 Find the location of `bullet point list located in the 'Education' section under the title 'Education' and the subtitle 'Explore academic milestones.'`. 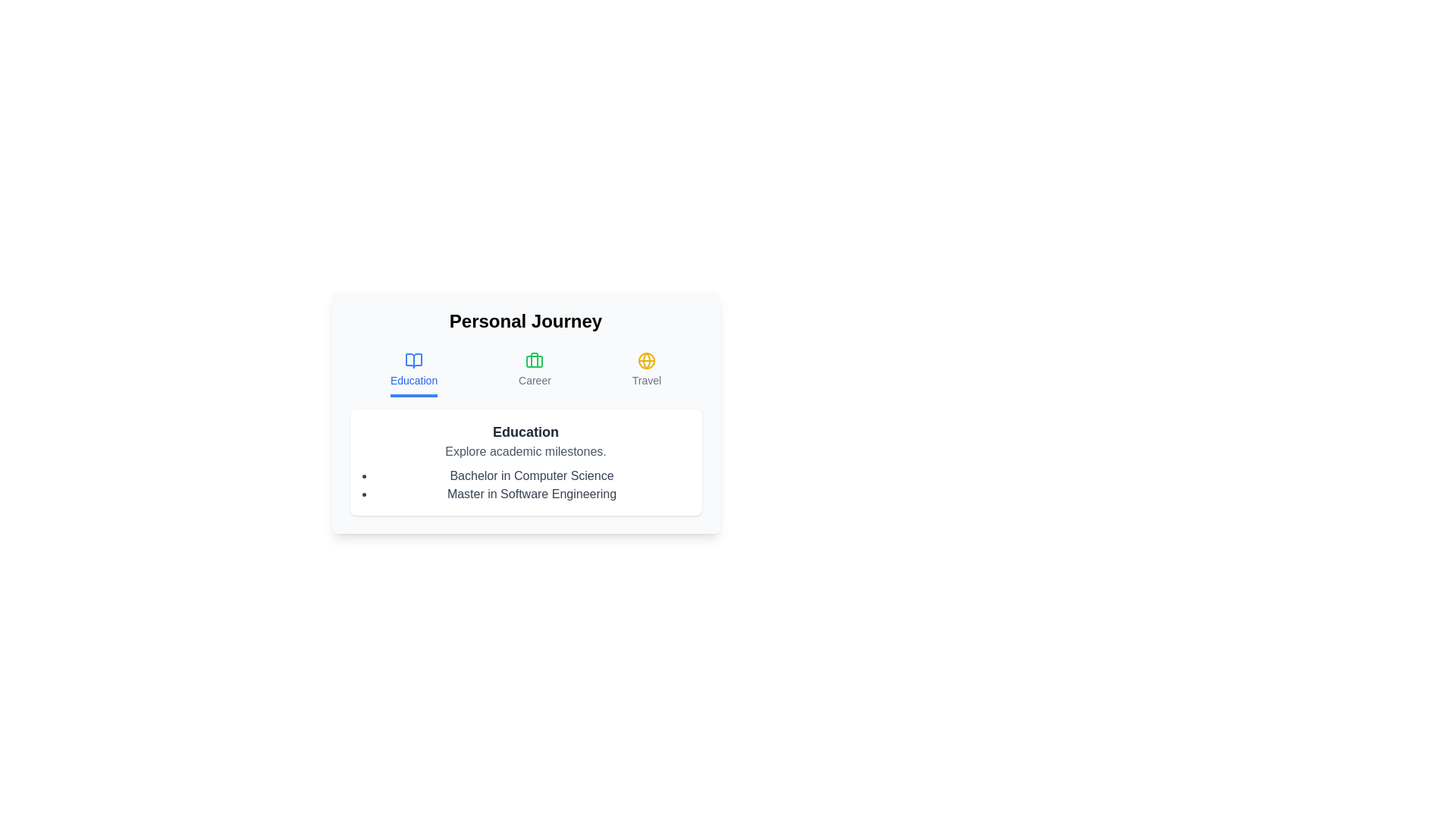

bullet point list located in the 'Education' section under the title 'Education' and the subtitle 'Explore academic milestones.' is located at coordinates (526, 485).